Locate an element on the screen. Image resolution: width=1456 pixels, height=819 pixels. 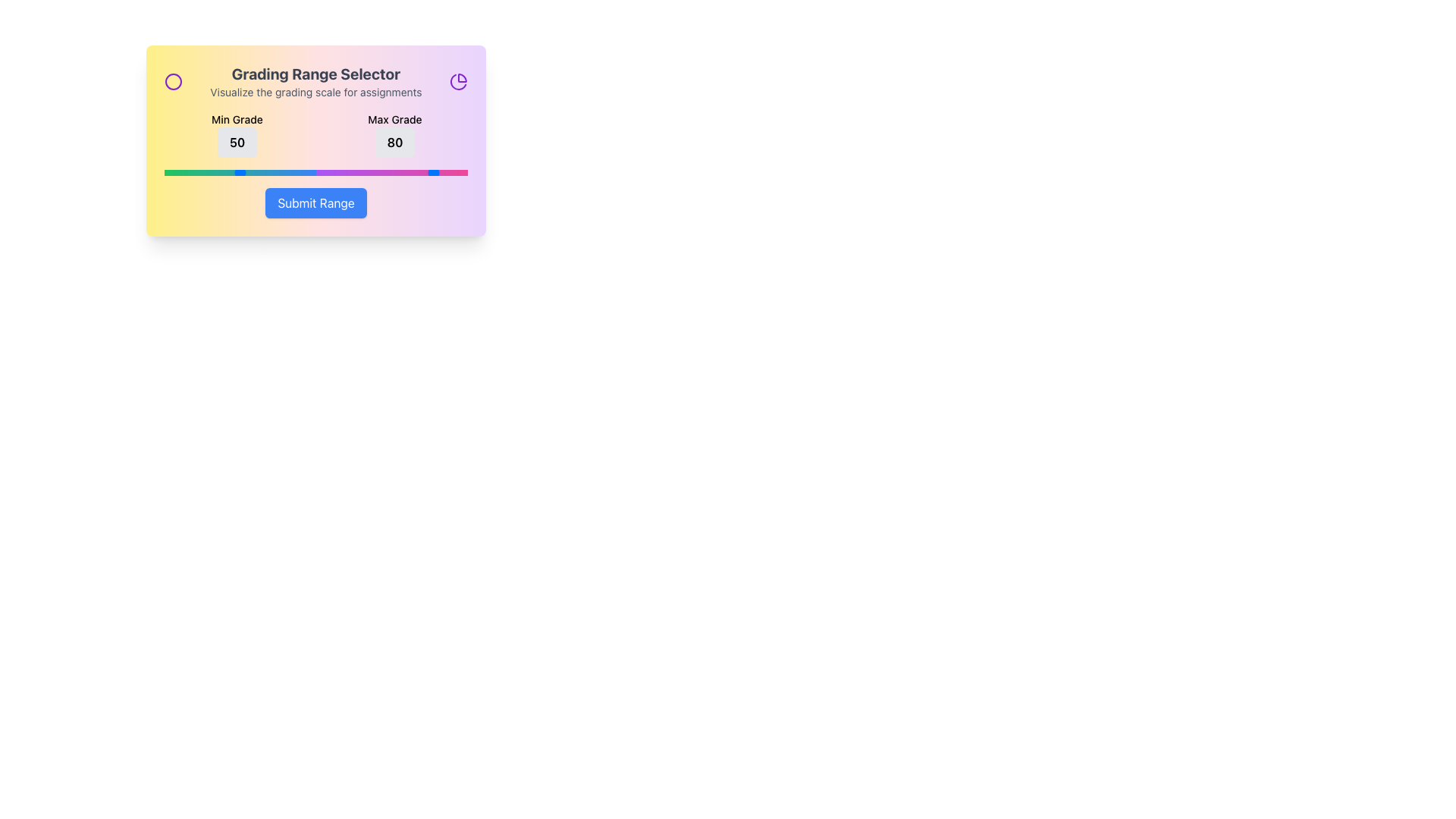
the slider value is located at coordinates (330, 171).